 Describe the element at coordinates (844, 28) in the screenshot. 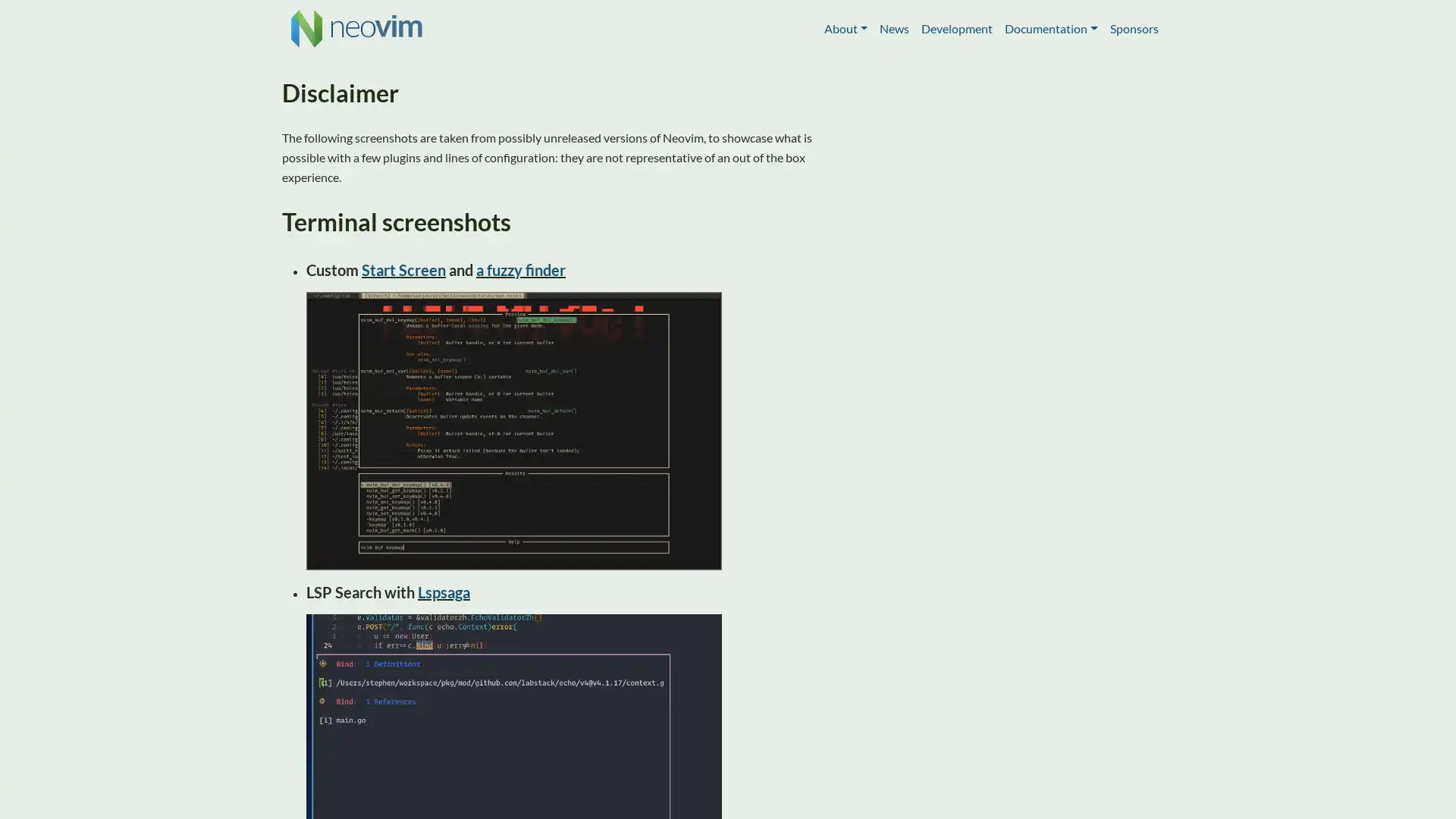

I see `About` at that location.